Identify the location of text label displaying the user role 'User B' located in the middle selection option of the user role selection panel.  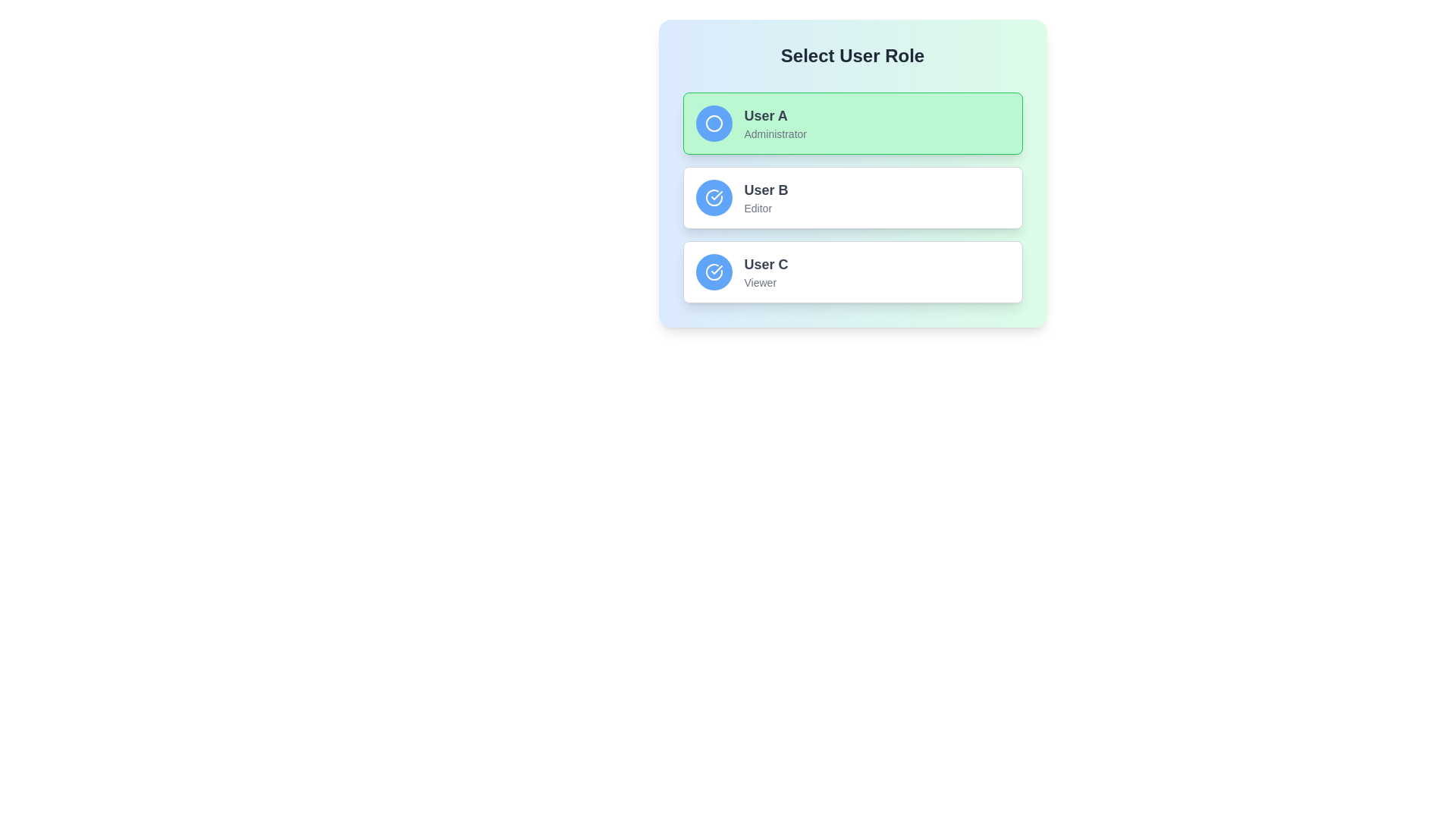
(766, 189).